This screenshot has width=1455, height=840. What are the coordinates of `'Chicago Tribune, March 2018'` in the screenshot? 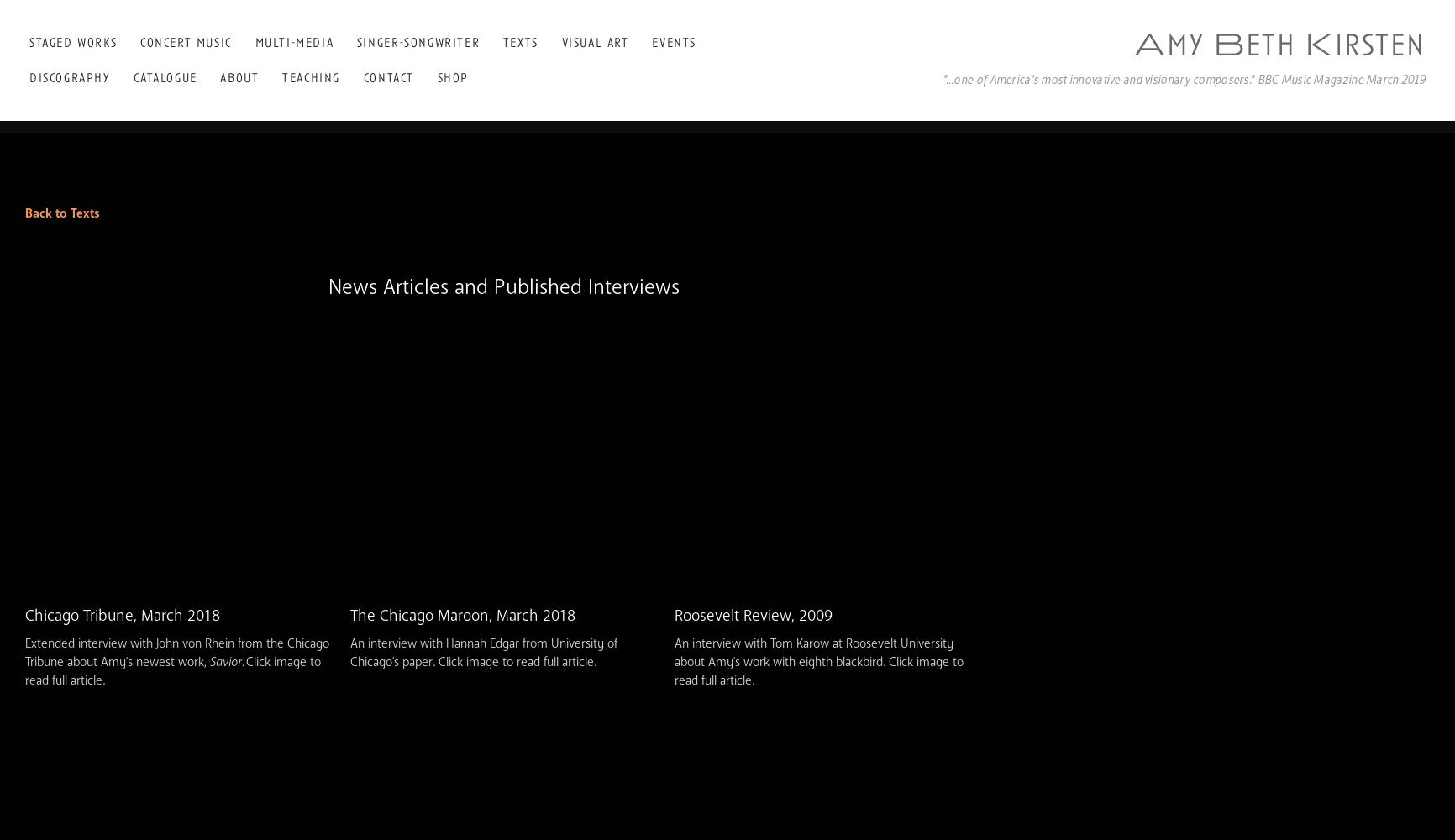 It's located at (123, 615).